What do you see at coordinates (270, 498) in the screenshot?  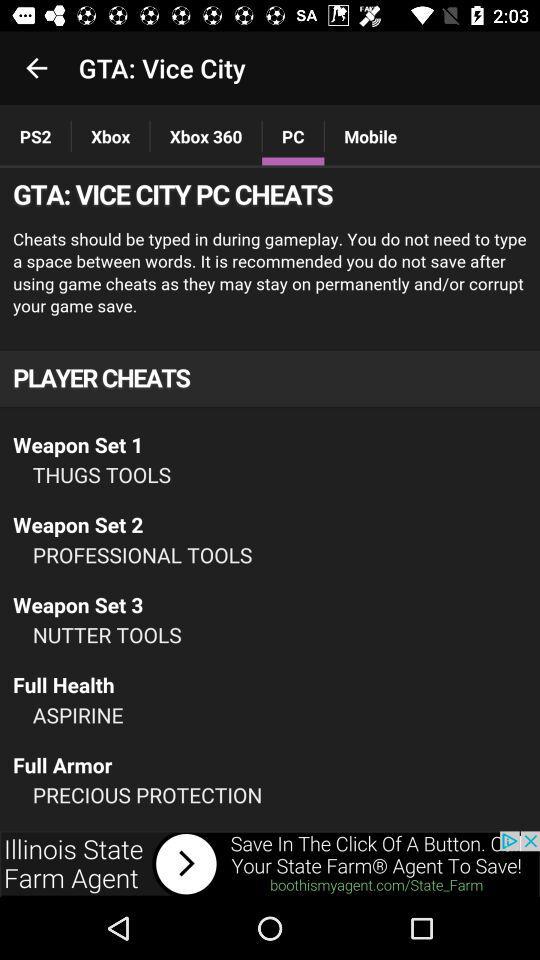 I see `advertisement` at bounding box center [270, 498].